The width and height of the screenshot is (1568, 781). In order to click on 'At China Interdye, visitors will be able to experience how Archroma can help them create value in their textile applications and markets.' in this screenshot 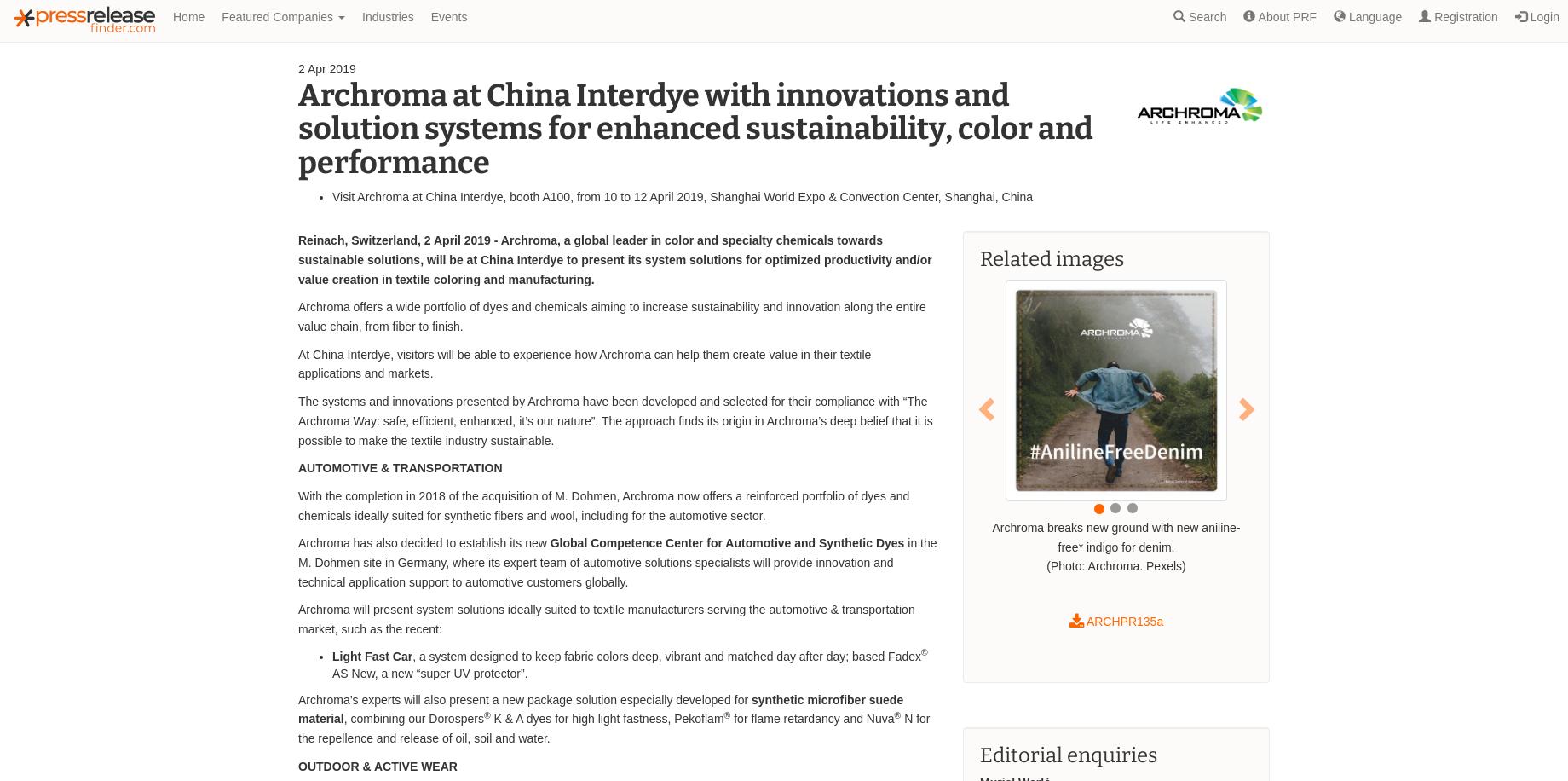, I will do `click(583, 362)`.